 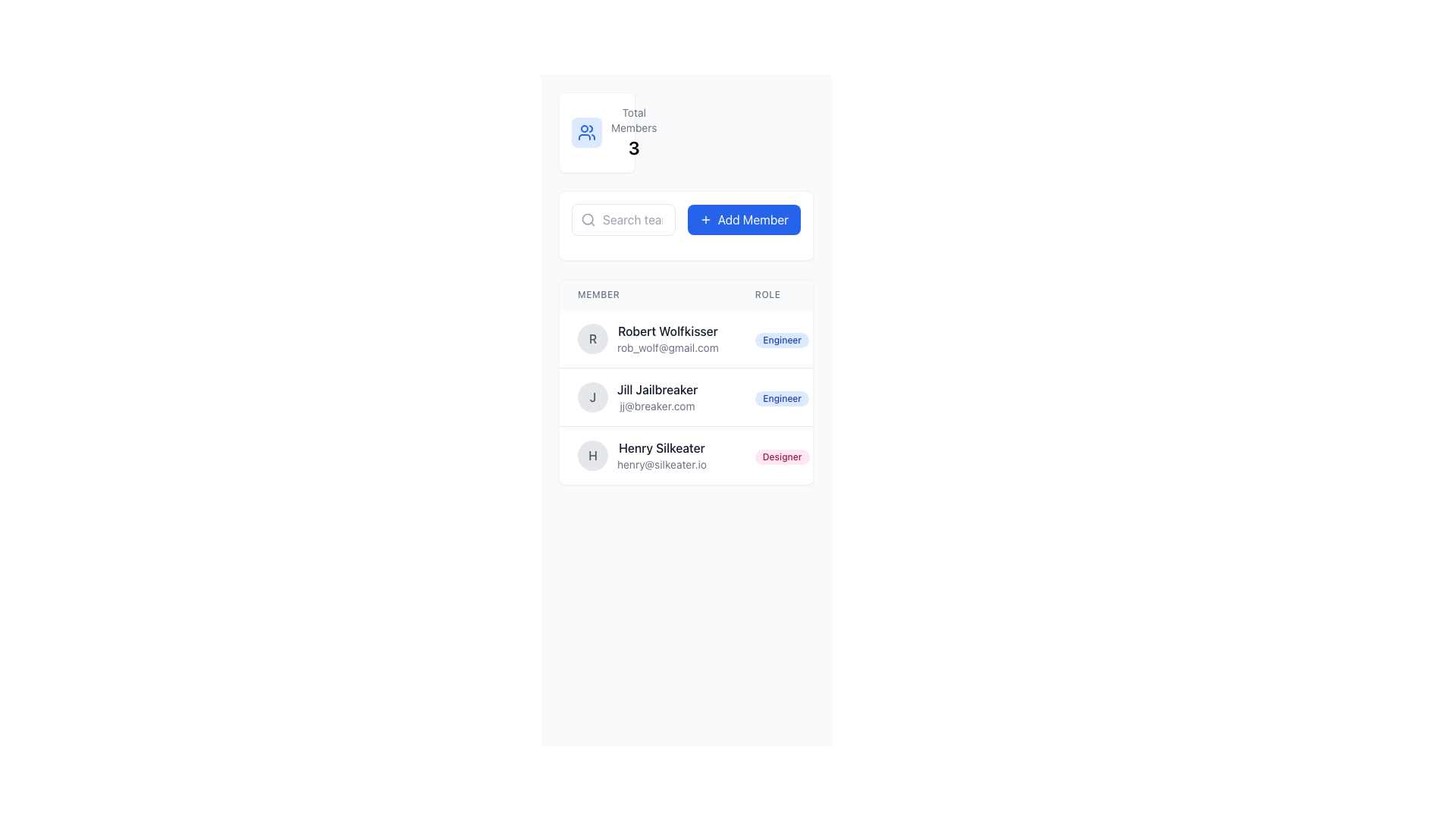 What do you see at coordinates (634, 131) in the screenshot?
I see `the displayed information in the 'Total Members' label, which shows the count '3' in a prominent manner` at bounding box center [634, 131].